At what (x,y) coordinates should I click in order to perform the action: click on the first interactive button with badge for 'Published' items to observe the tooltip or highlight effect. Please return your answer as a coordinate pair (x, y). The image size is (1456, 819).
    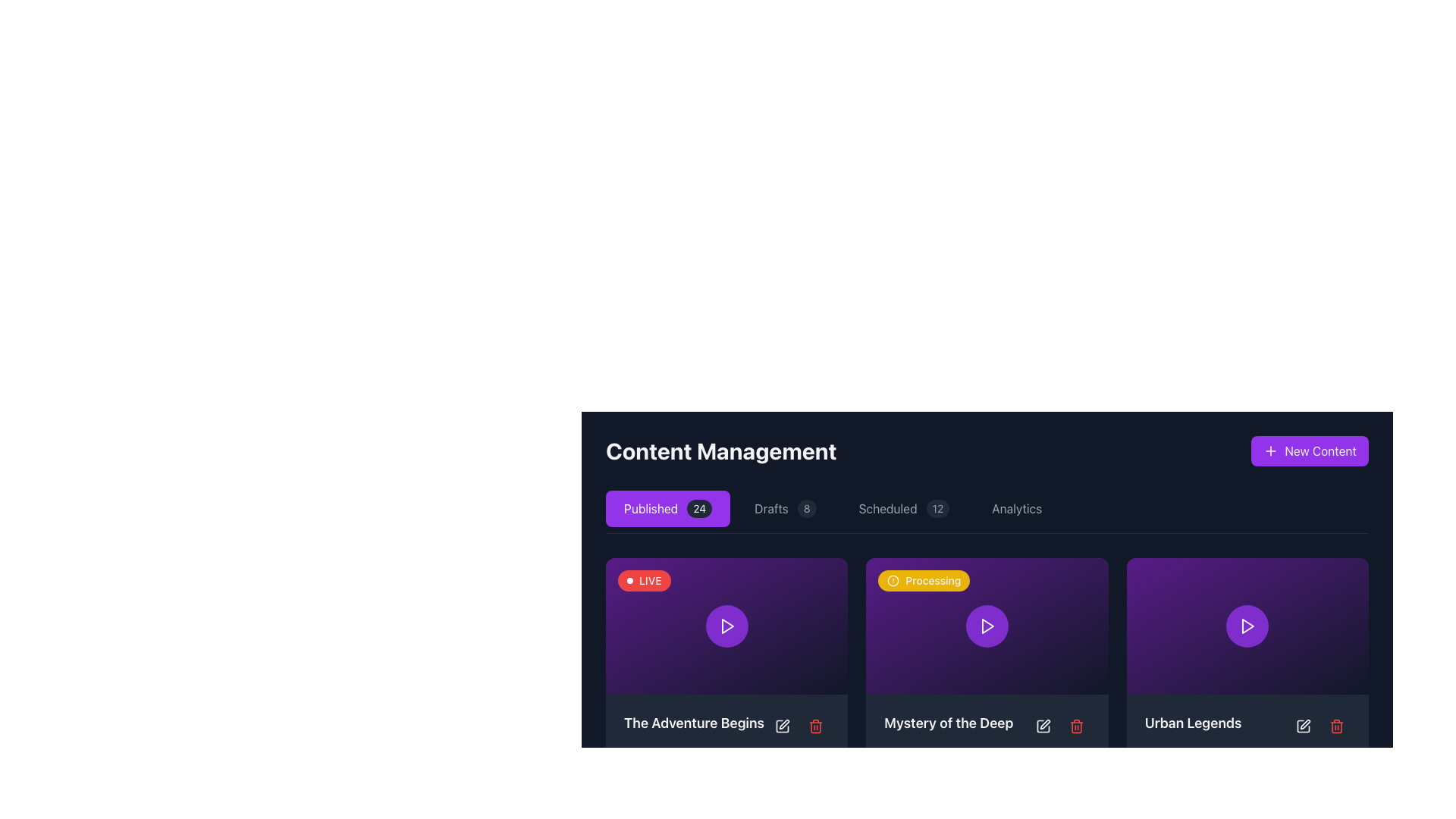
    Looking at the image, I should click on (667, 509).